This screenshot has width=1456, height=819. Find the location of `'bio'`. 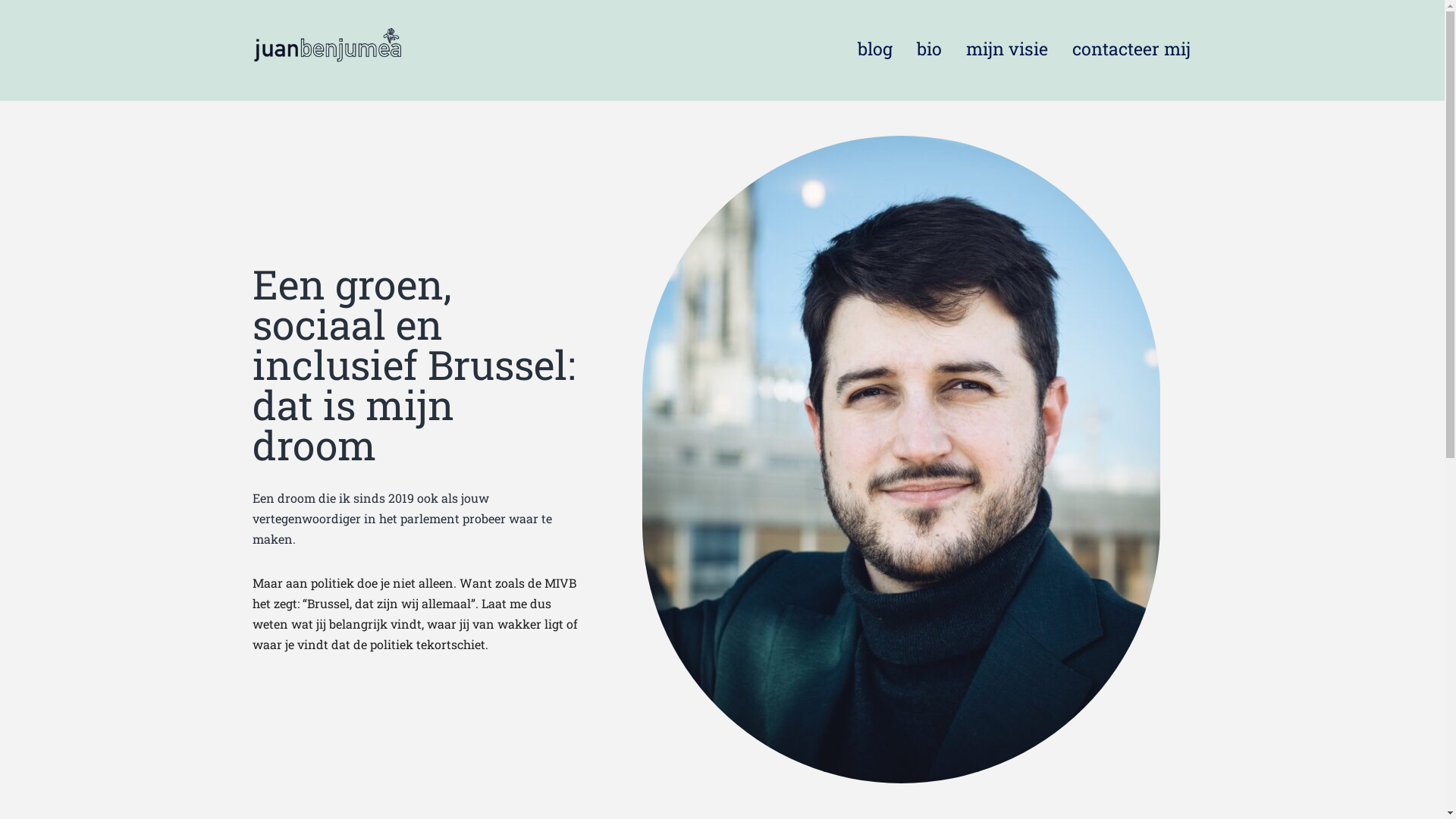

'bio' is located at coordinates (928, 48).